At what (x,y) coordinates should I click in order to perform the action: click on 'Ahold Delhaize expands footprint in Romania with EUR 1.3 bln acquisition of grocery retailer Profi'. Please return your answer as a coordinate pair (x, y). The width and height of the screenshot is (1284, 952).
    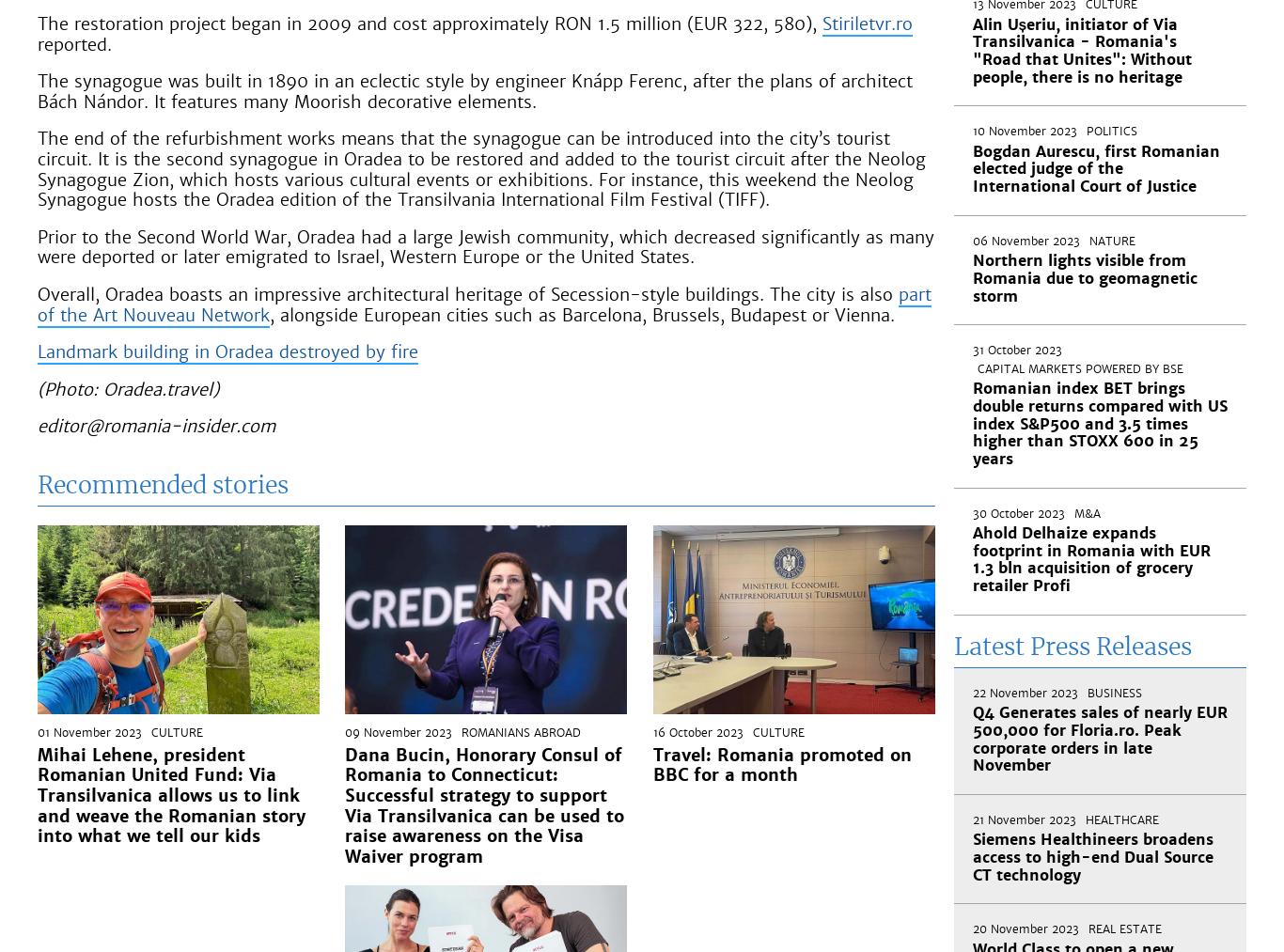
    Looking at the image, I should click on (971, 559).